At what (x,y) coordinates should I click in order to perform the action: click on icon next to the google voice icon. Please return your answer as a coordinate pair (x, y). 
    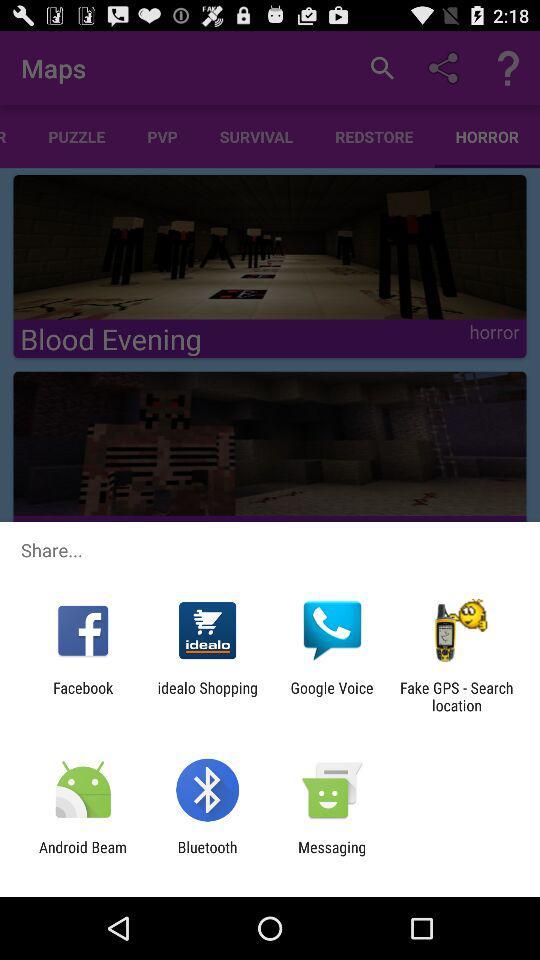
    Looking at the image, I should click on (206, 696).